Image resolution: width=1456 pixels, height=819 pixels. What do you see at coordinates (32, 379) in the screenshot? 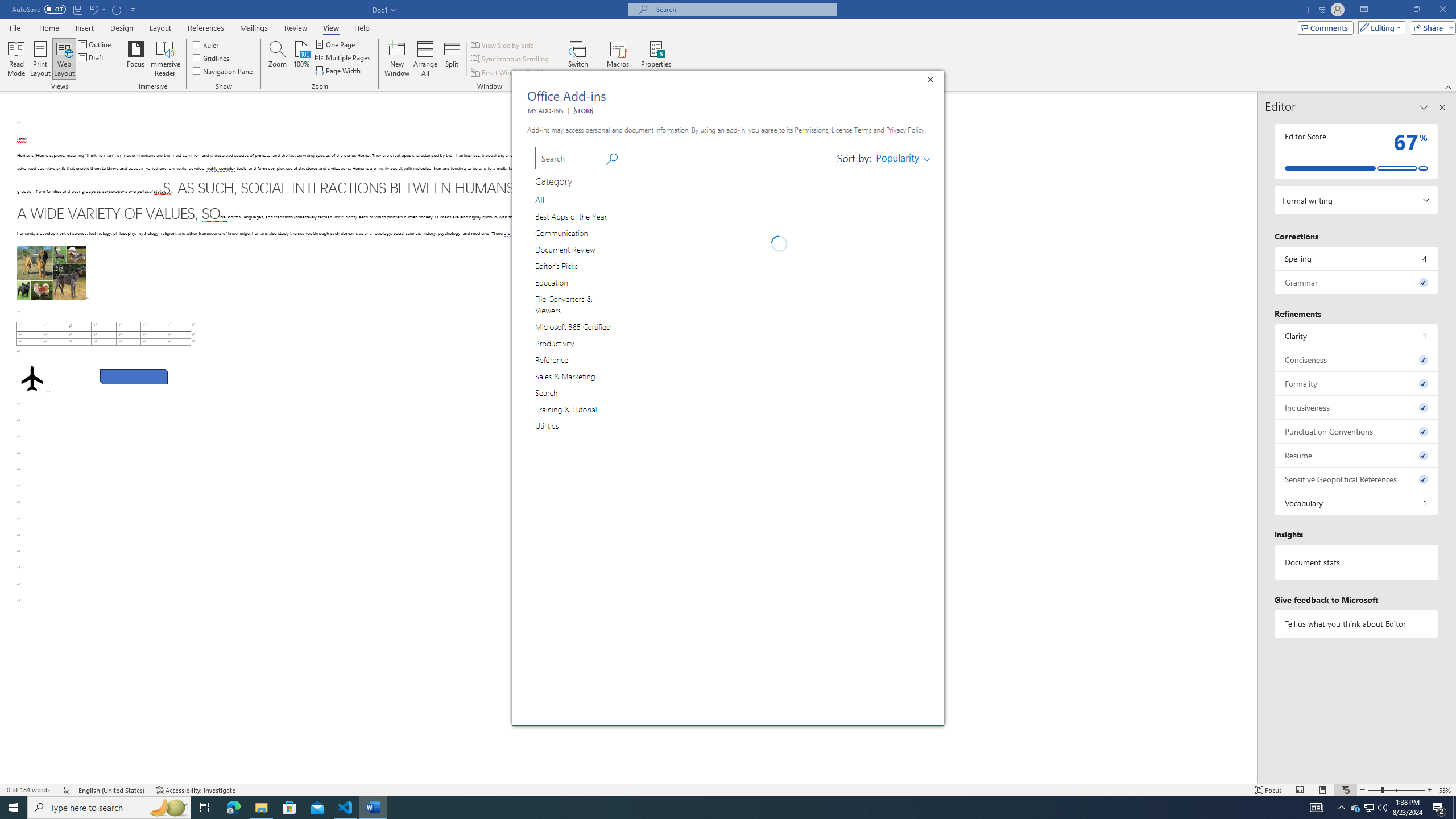
I see `'Airplane with solid fill'` at bounding box center [32, 379].